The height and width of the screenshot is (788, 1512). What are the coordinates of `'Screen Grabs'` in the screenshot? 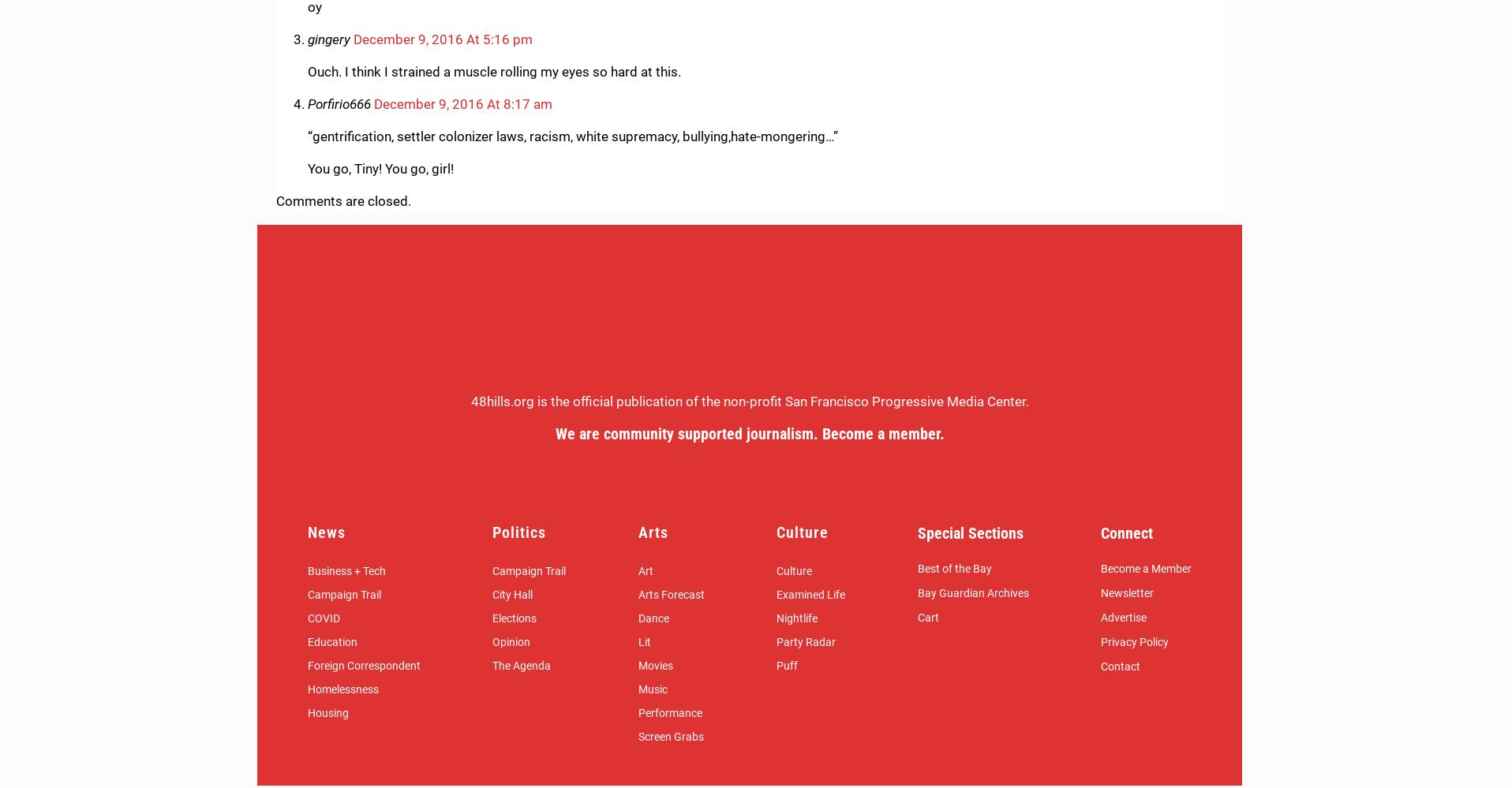 It's located at (636, 736).